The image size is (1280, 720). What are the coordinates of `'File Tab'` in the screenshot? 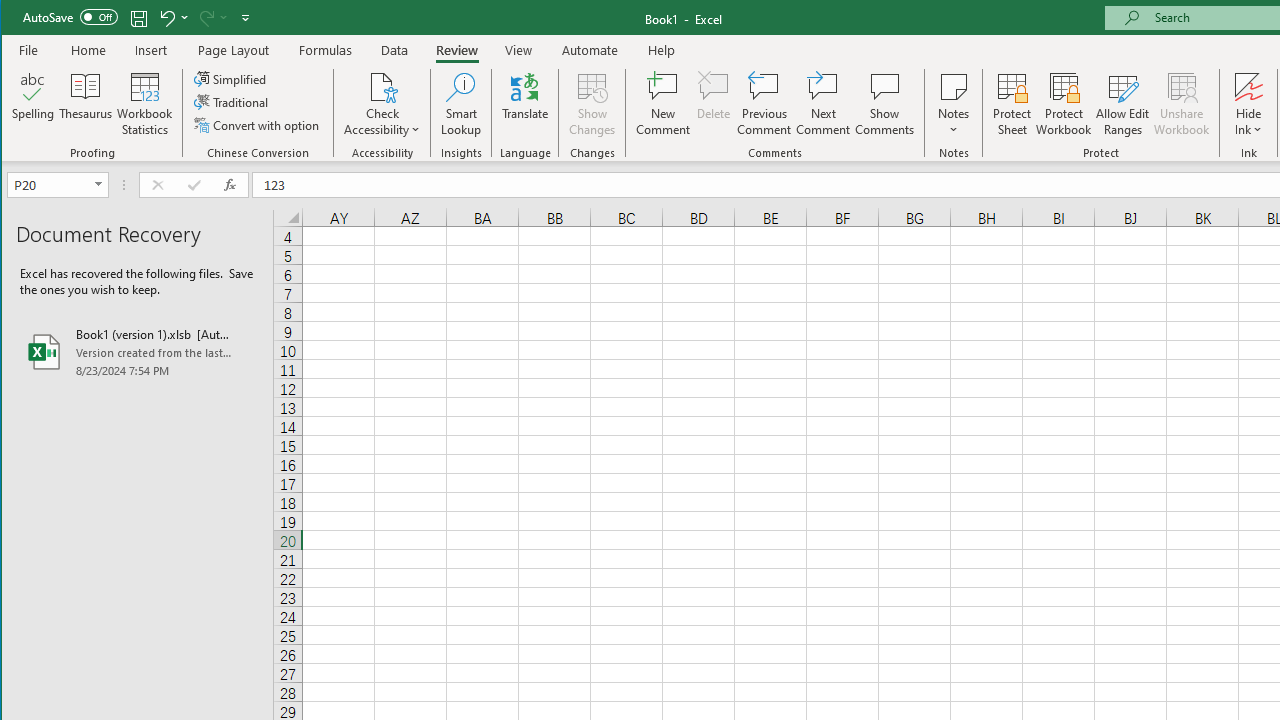 It's located at (29, 49).